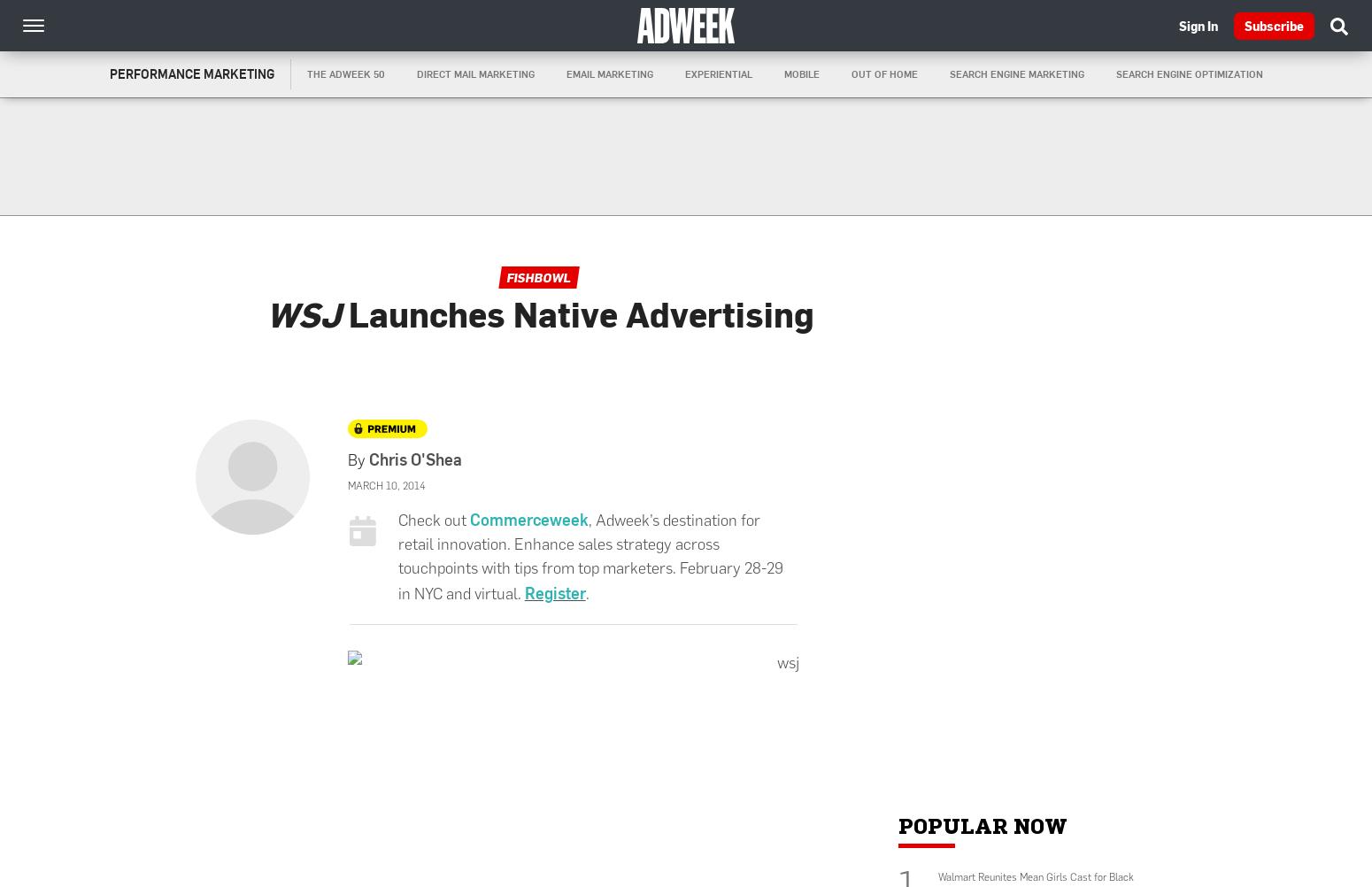 This screenshot has height=887, width=1372. I want to click on 'Experiential', so click(716, 73).